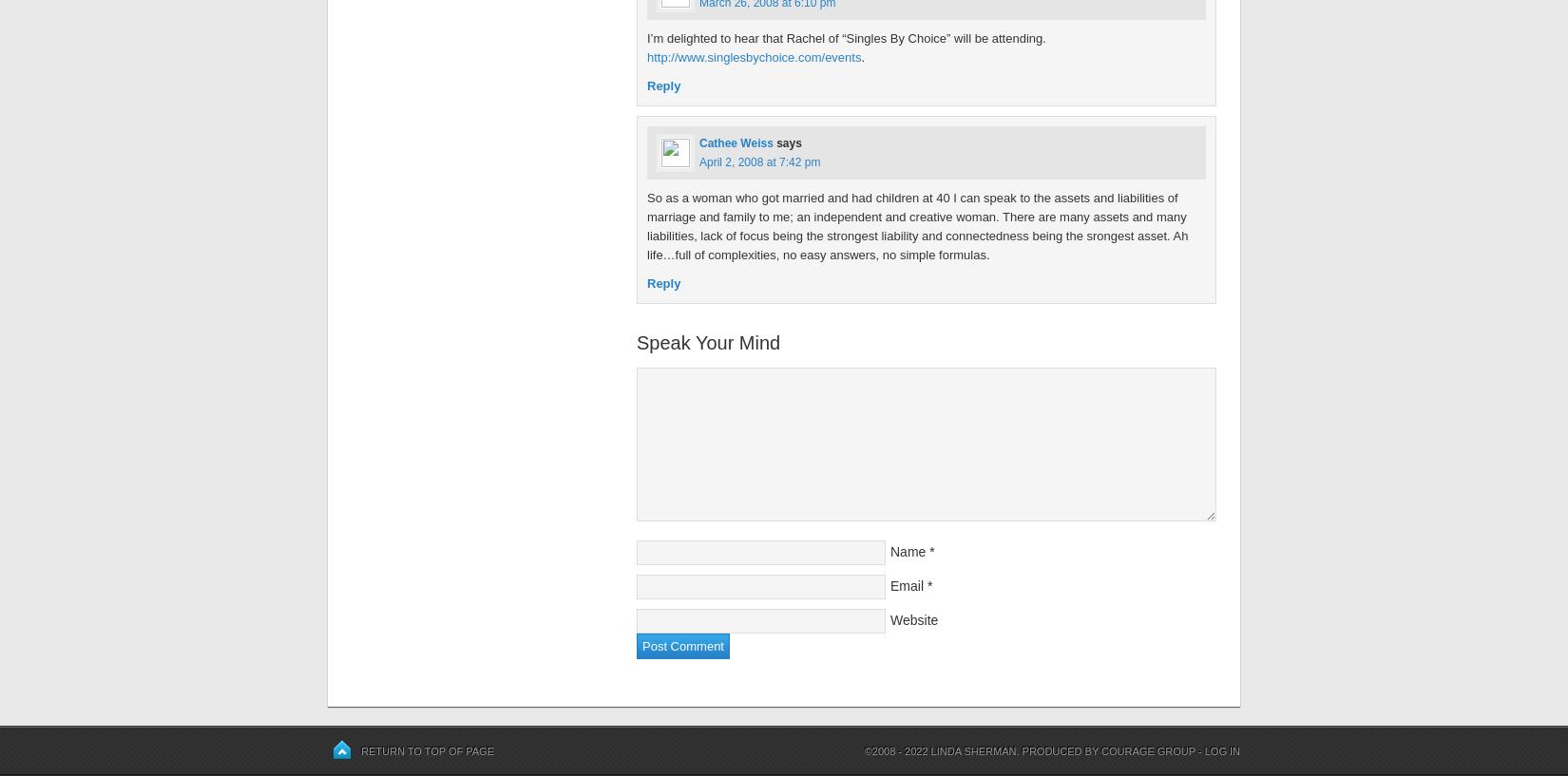 This screenshot has width=1568, height=776. What do you see at coordinates (861, 56) in the screenshot?
I see `'.'` at bounding box center [861, 56].